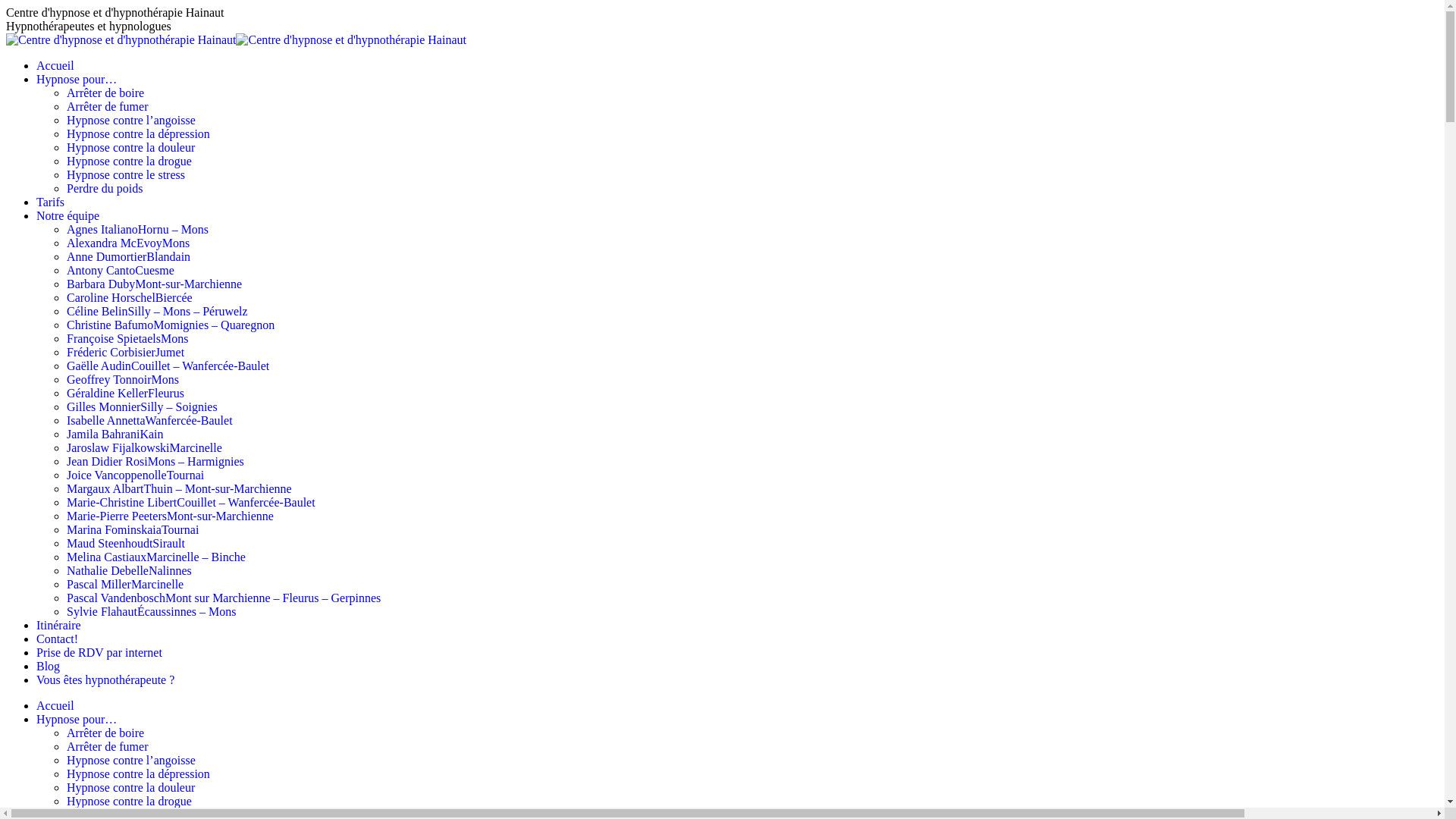  What do you see at coordinates (115, 434) in the screenshot?
I see `'Jamila BahraniKain'` at bounding box center [115, 434].